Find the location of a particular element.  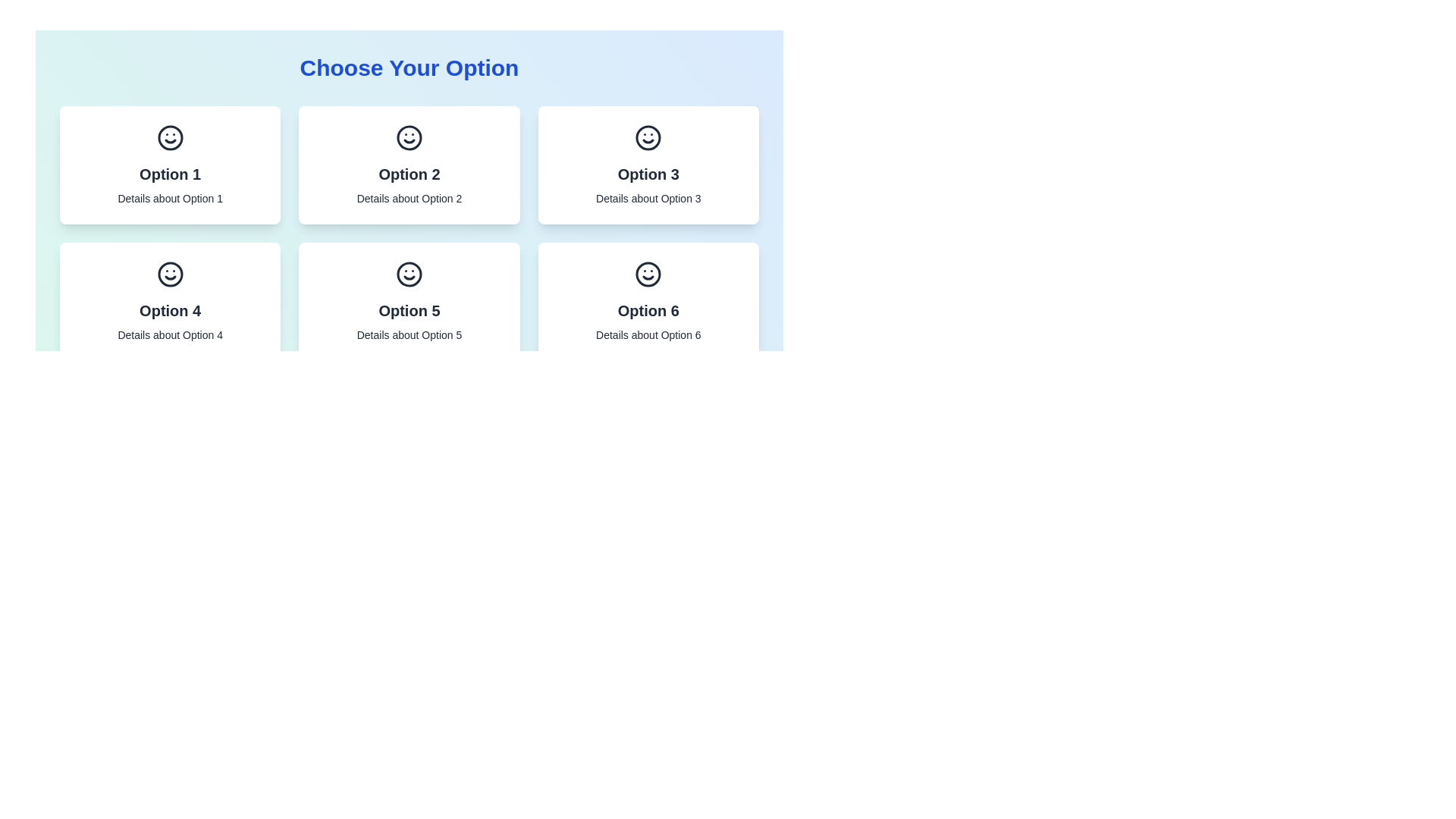

the selectable card representing 'Option 5' is located at coordinates (409, 301).